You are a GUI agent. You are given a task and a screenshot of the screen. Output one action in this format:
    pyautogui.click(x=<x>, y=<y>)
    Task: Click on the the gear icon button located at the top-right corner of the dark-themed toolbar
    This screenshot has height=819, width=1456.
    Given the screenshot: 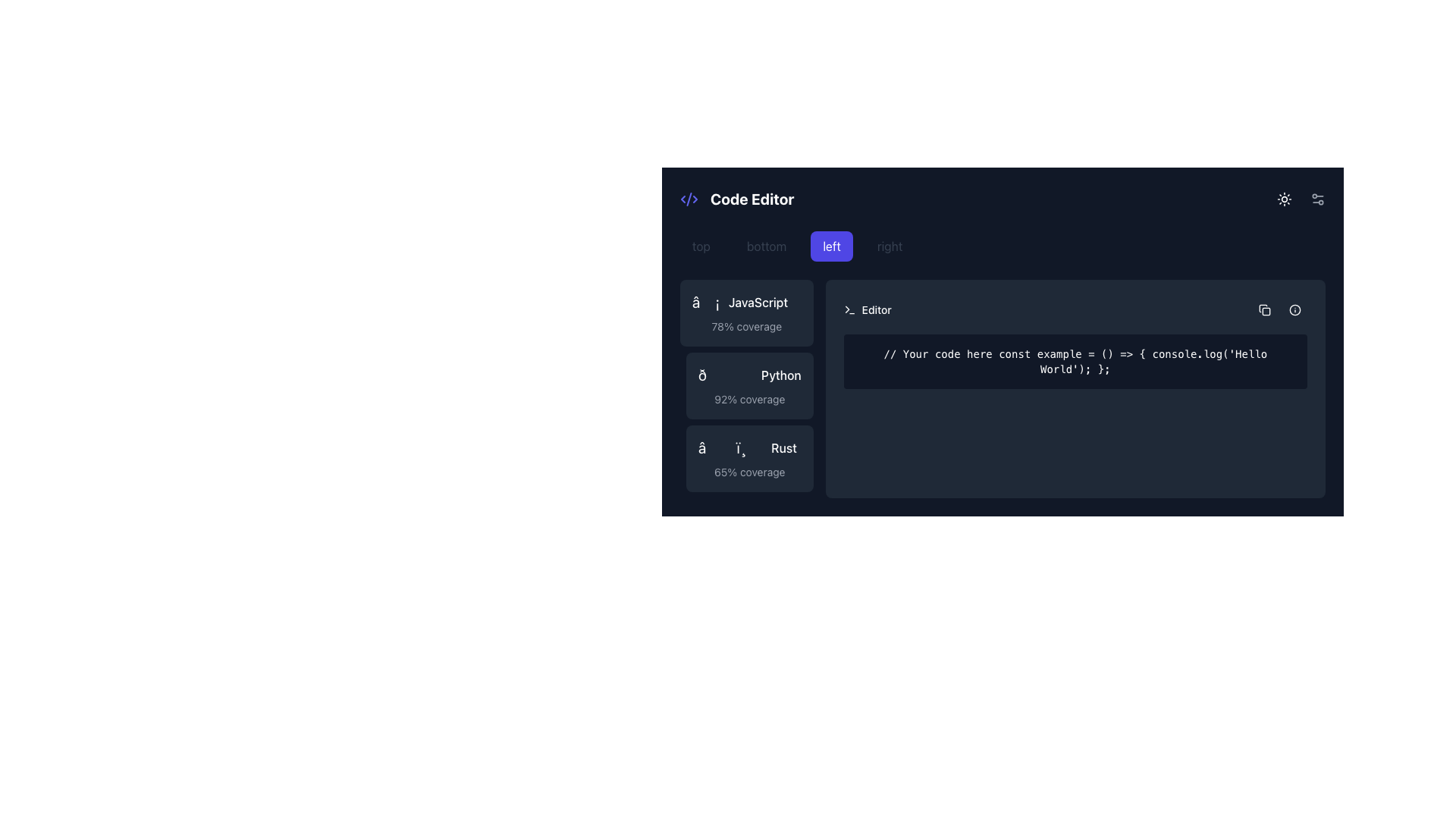 What is the action you would take?
    pyautogui.click(x=1316, y=198)
    